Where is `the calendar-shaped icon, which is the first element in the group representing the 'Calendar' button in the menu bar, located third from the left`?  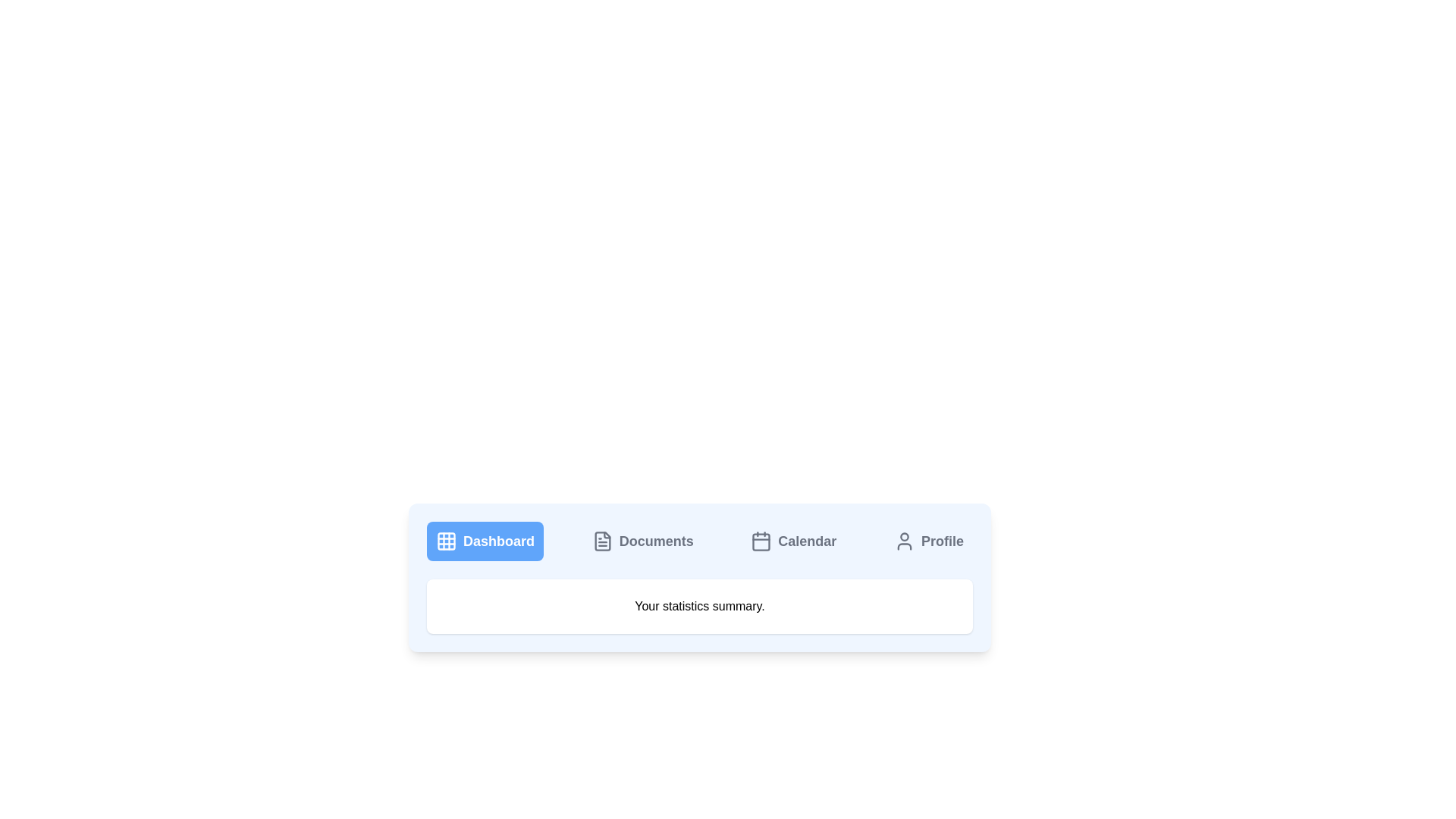 the calendar-shaped icon, which is the first element in the group representing the 'Calendar' button in the menu bar, located third from the left is located at coordinates (761, 540).